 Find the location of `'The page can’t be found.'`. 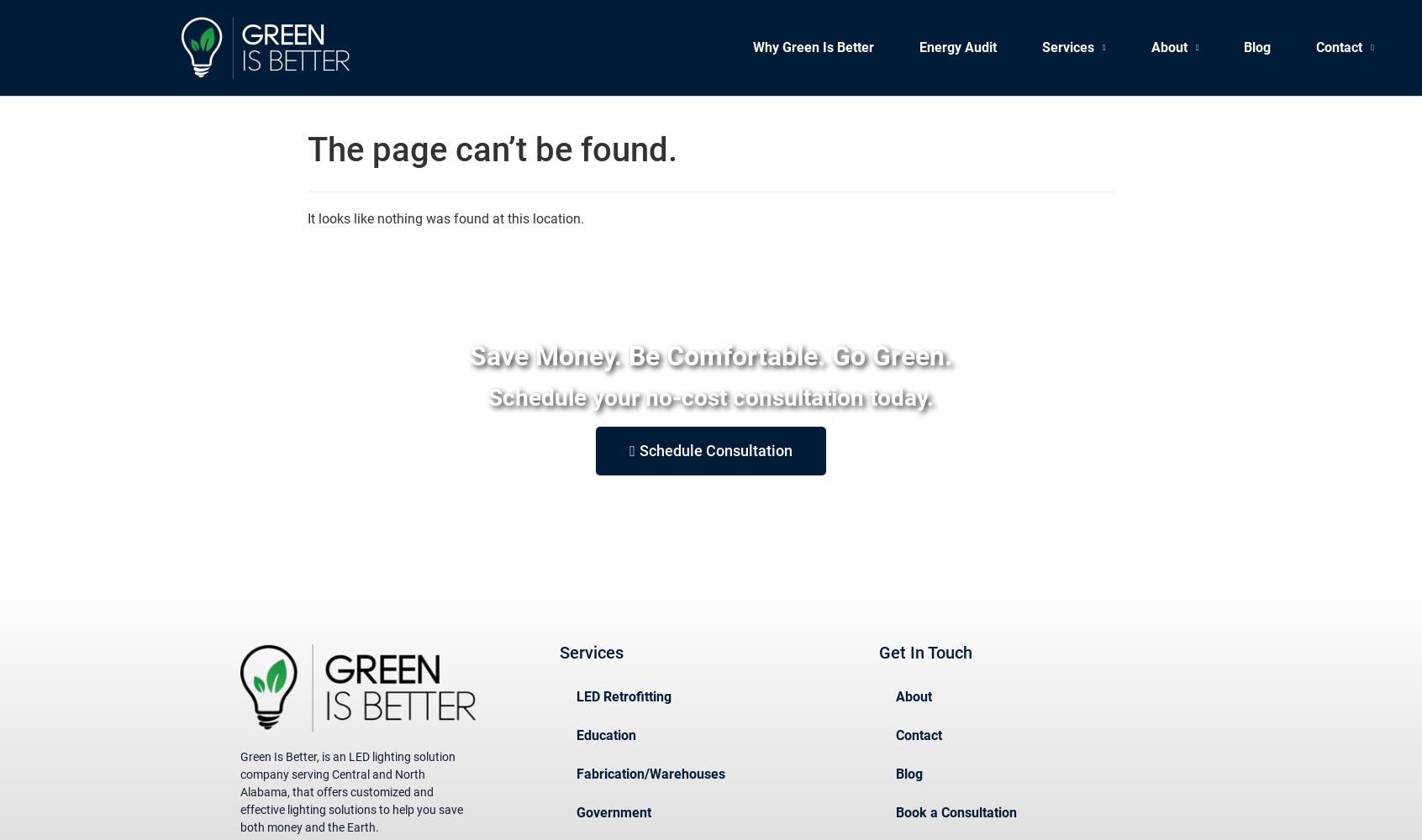

'The page can’t be found.' is located at coordinates (307, 150).